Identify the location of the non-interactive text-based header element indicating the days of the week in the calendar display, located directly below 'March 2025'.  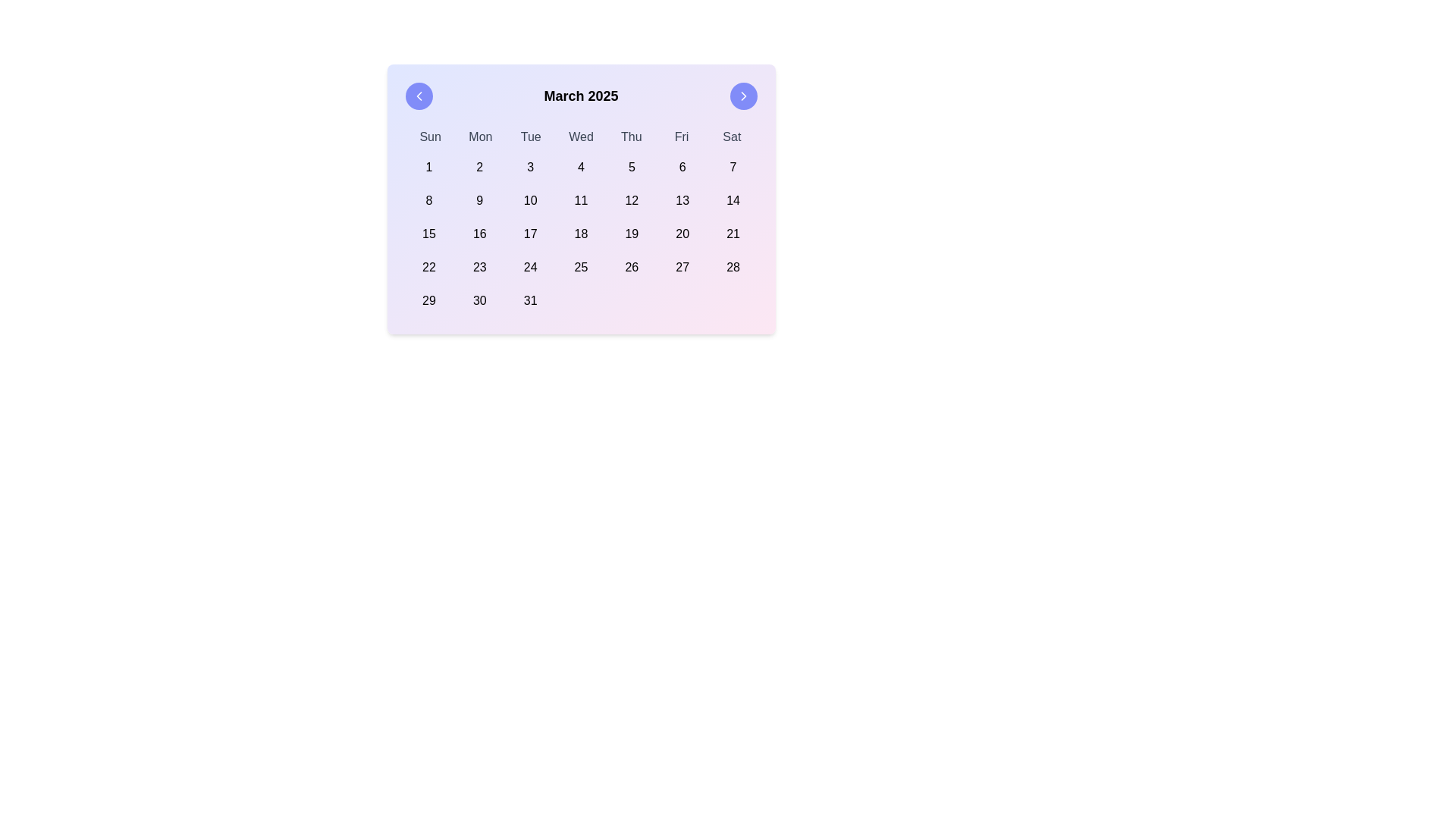
(580, 137).